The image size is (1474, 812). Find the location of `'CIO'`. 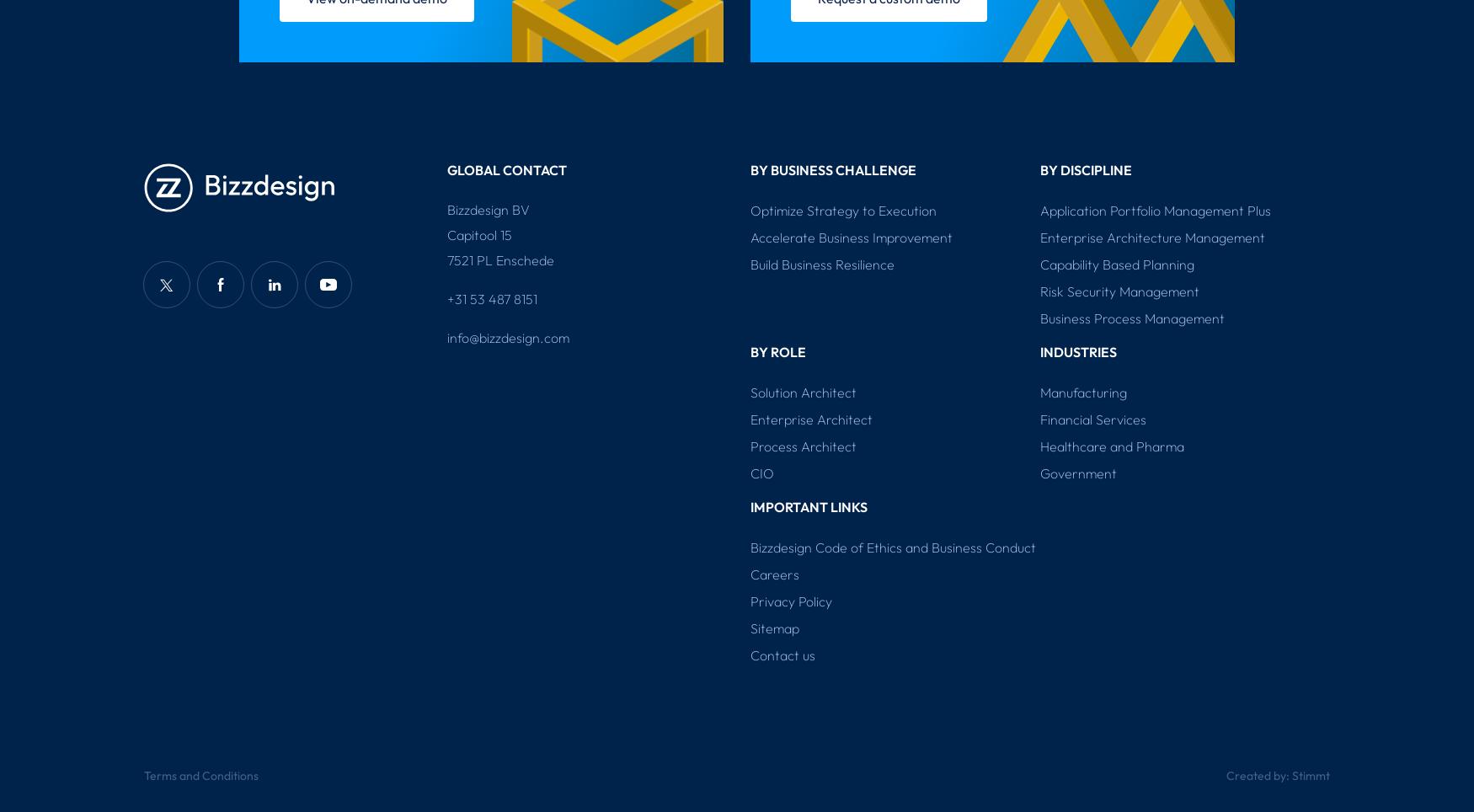

'CIO' is located at coordinates (749, 473).